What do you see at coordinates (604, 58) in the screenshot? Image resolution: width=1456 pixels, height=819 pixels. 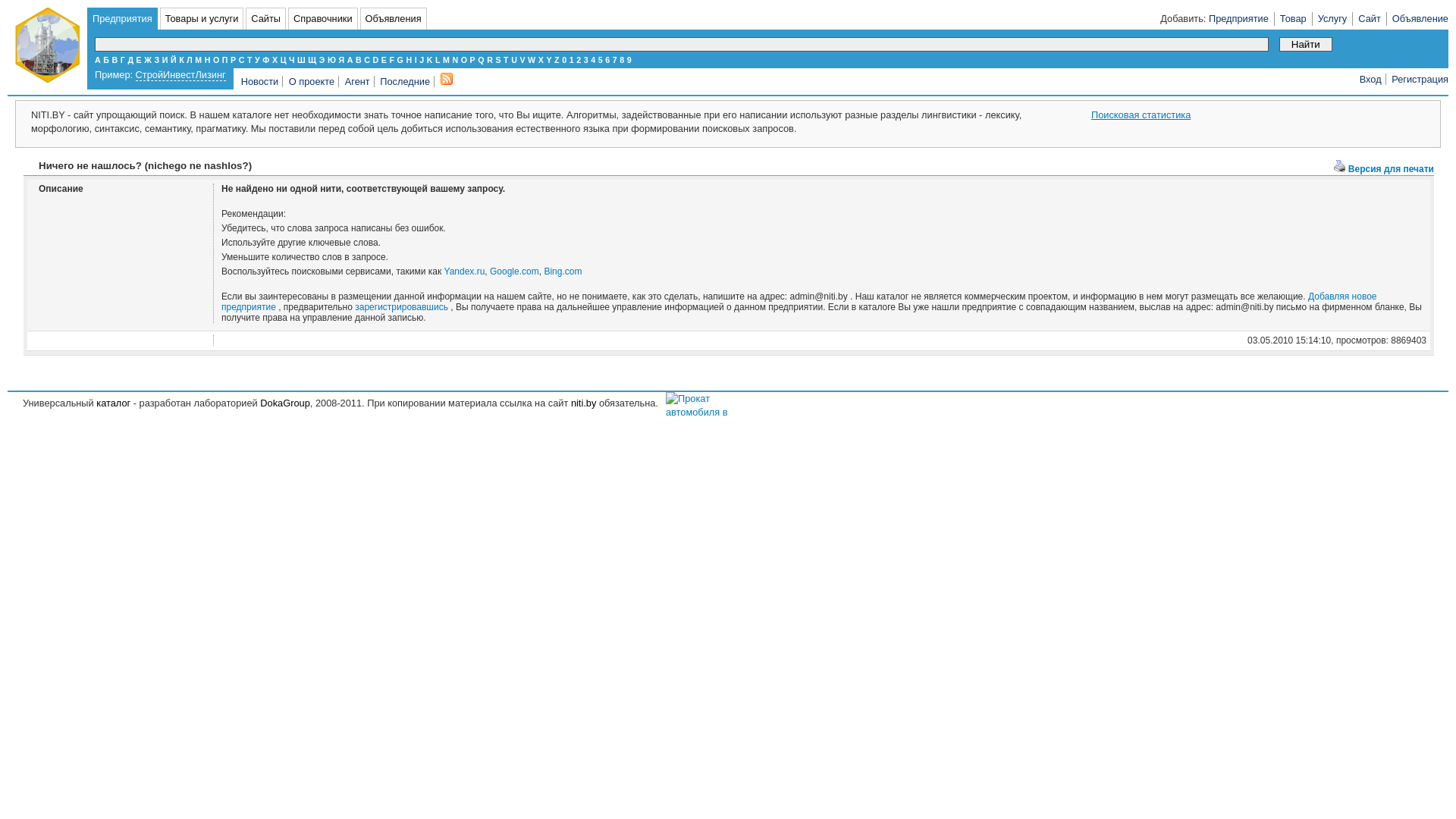 I see `'6'` at bounding box center [604, 58].